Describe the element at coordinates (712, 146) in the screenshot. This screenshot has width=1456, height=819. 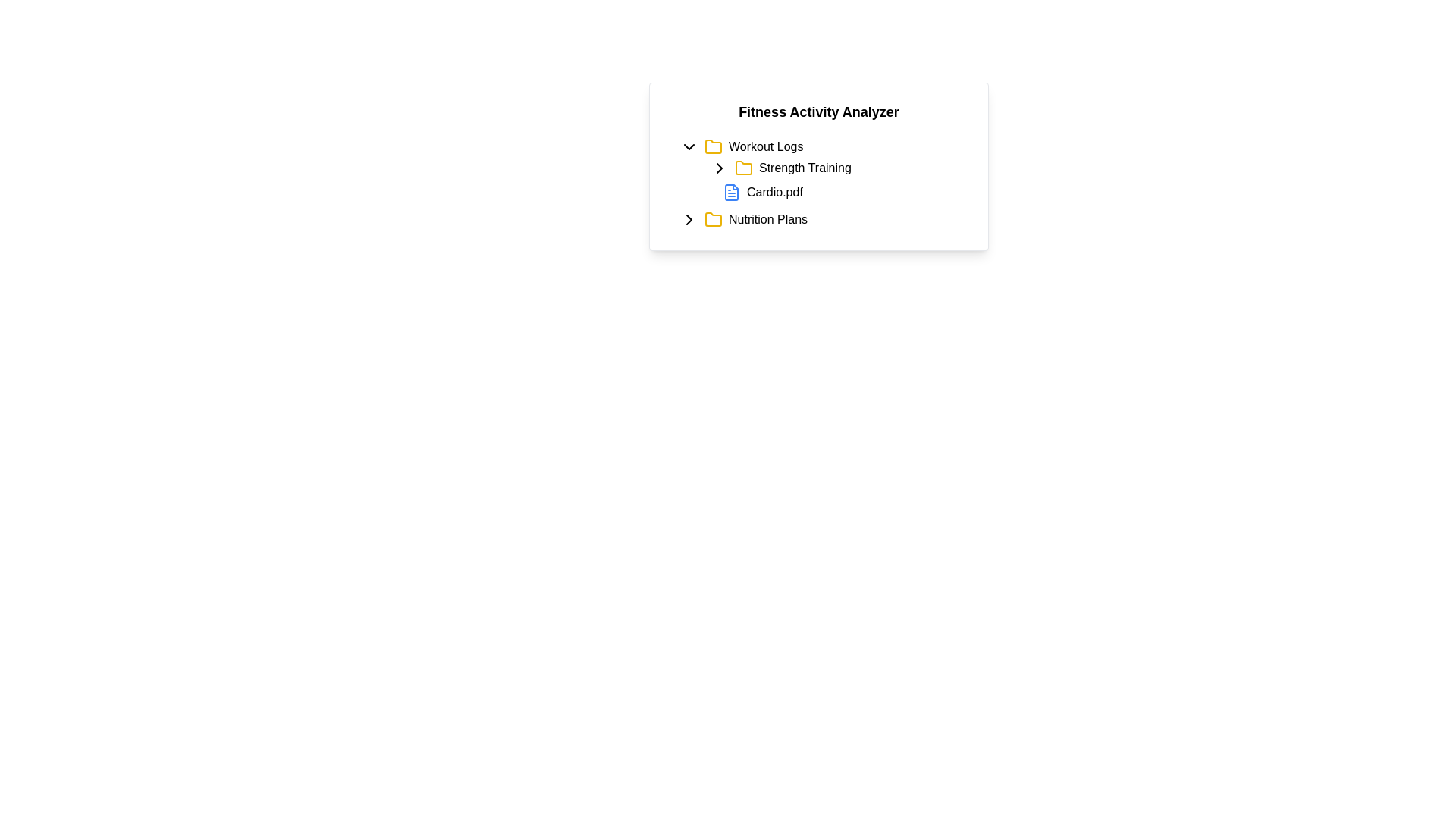
I see `the folder icon with a yellow outline next to the label 'Workout Logs' in the 'Fitness Activity Analyzer' tree menu` at that location.